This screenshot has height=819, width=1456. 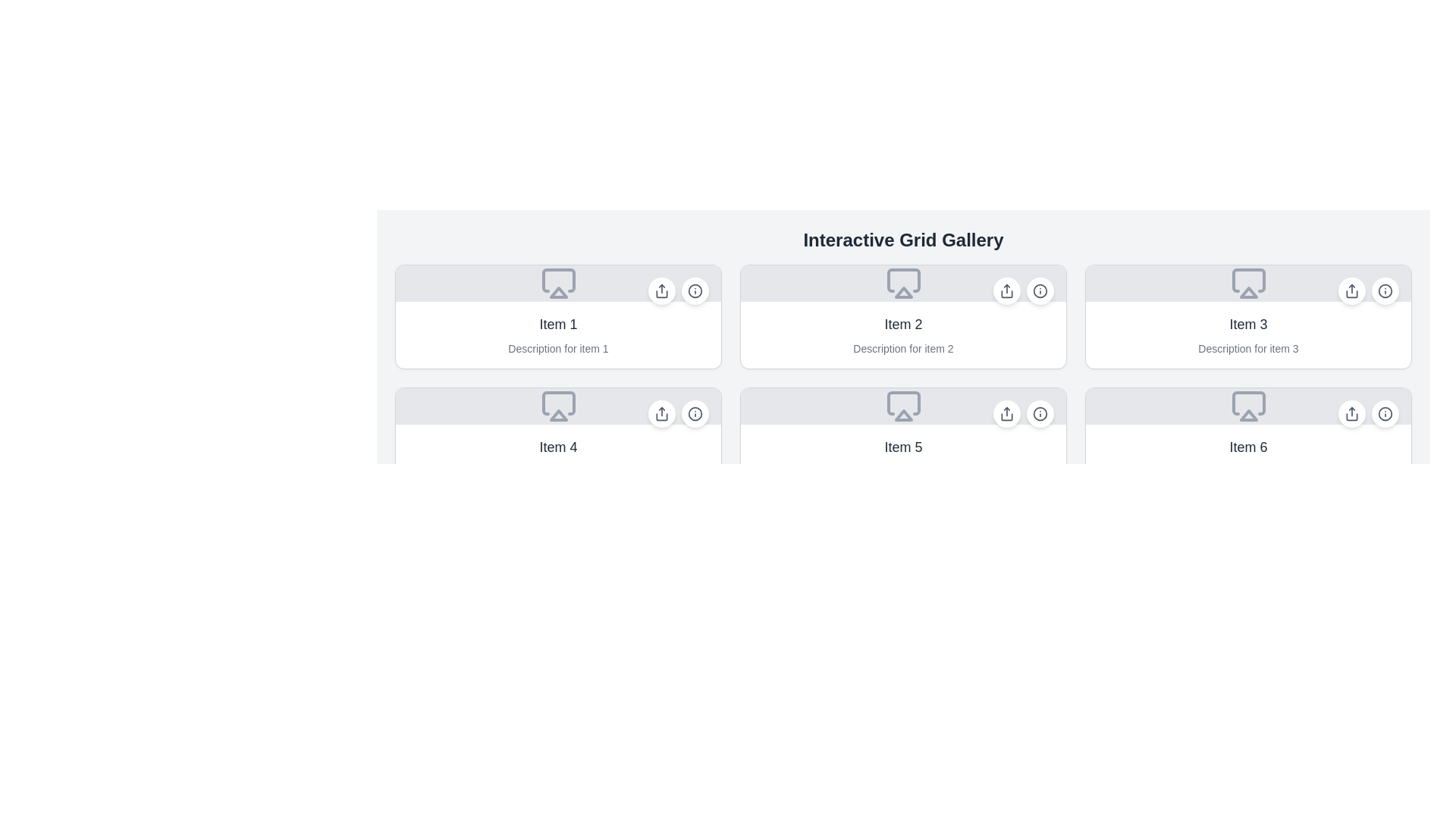 What do you see at coordinates (1007, 291) in the screenshot?
I see `the 'share' icon button represented by an upward arrow in a circular button with a white background` at bounding box center [1007, 291].